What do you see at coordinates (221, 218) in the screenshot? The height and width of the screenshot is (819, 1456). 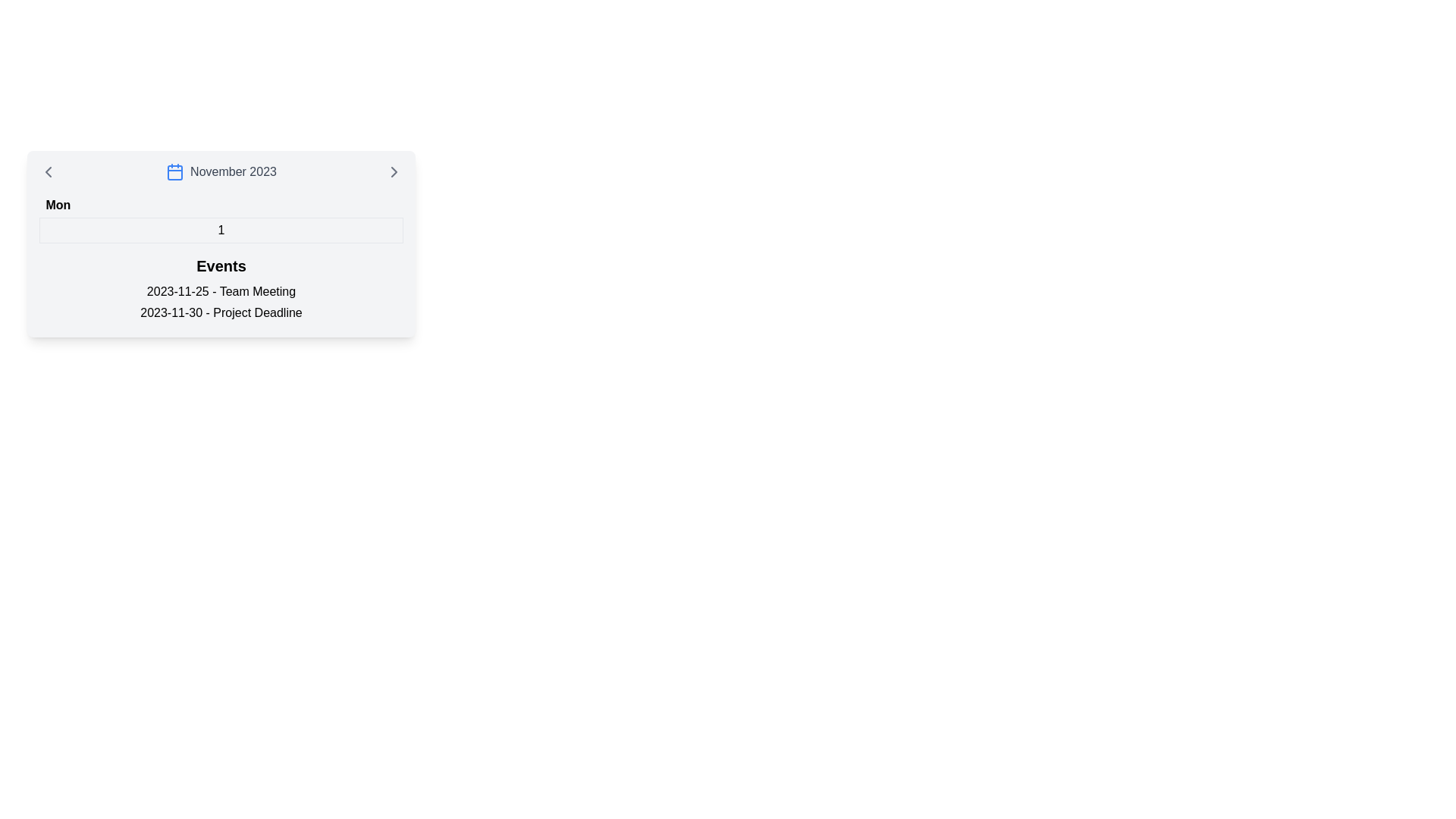 I see `the calendar table cell representing Monday, the 1st of November 2023` at bounding box center [221, 218].